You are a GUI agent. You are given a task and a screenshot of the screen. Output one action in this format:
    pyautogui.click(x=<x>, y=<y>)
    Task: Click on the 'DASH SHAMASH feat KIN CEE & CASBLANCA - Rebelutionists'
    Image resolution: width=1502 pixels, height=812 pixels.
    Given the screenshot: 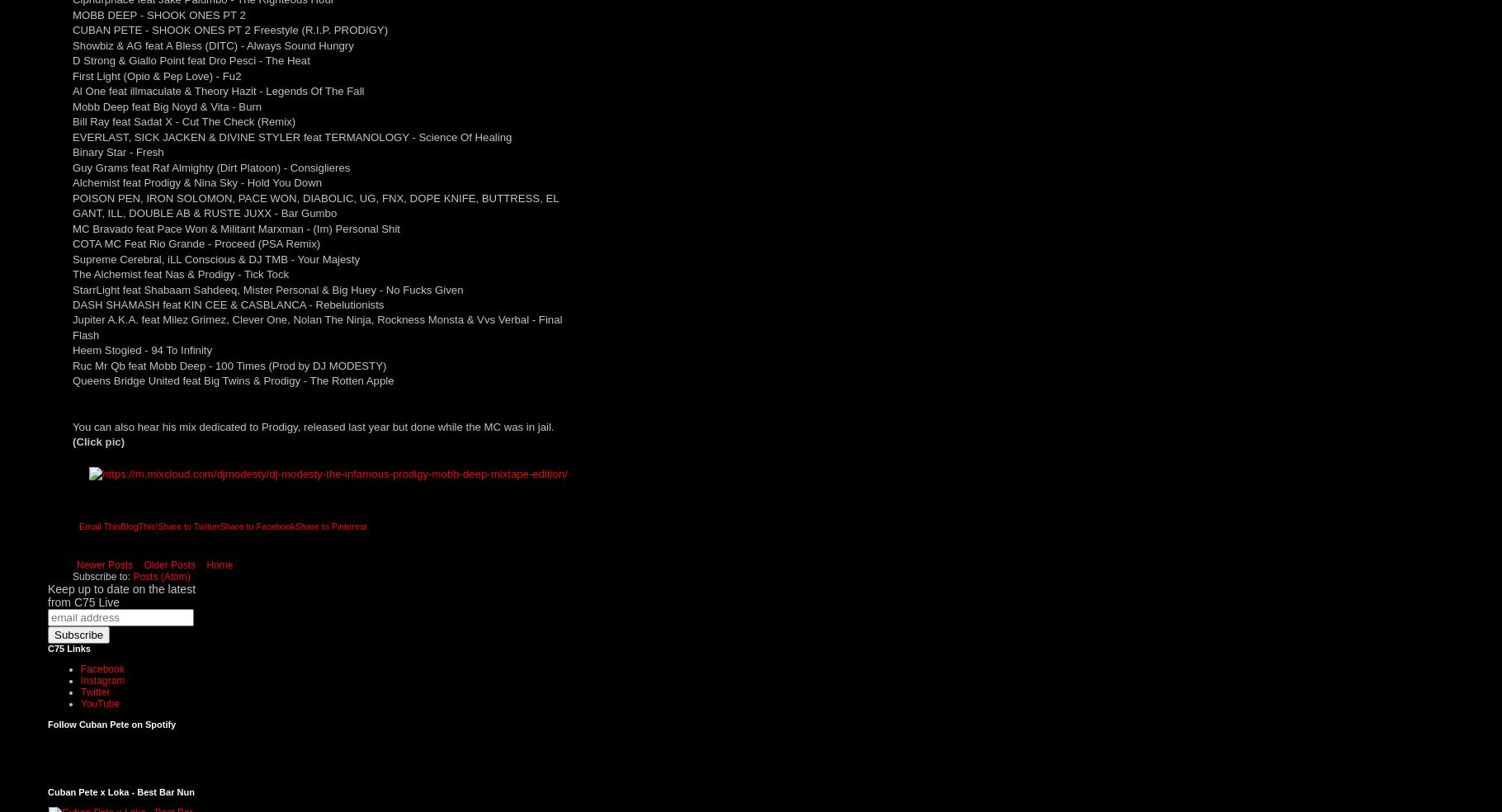 What is the action you would take?
    pyautogui.click(x=228, y=304)
    